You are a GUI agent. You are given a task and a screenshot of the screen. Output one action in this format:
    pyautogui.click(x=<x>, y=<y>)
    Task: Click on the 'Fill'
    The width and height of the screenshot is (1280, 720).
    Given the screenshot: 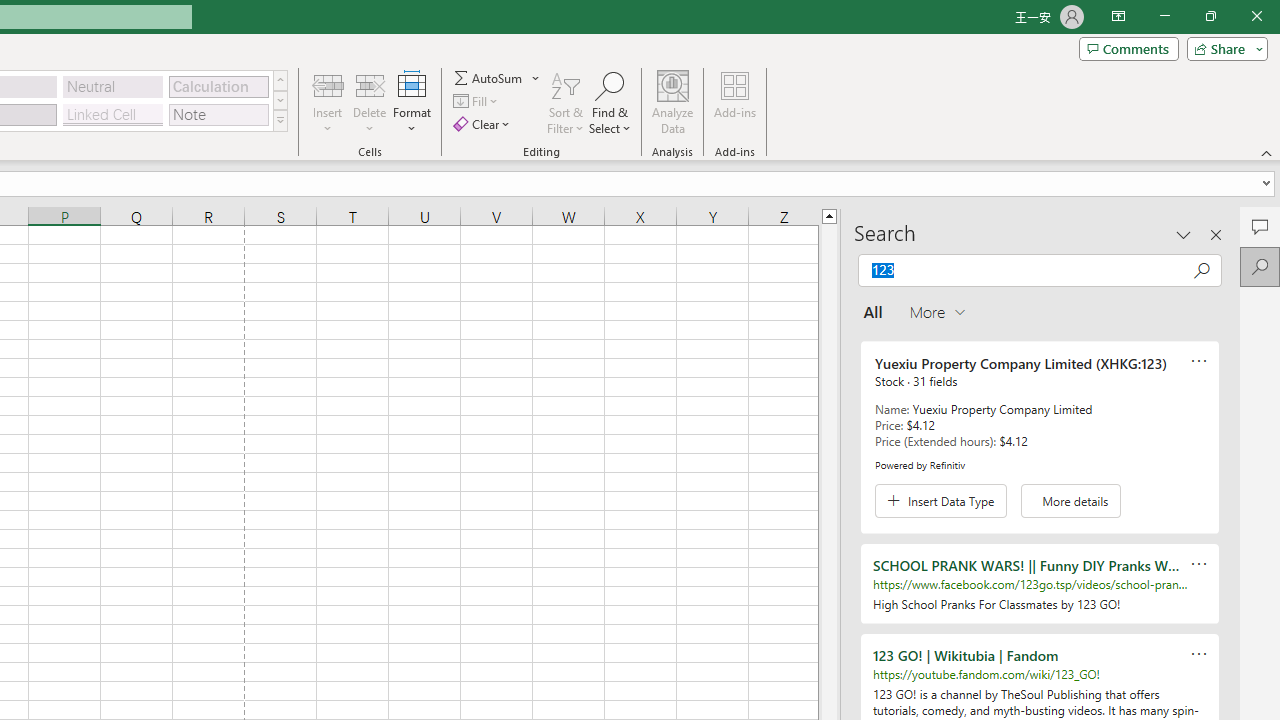 What is the action you would take?
    pyautogui.click(x=477, y=101)
    